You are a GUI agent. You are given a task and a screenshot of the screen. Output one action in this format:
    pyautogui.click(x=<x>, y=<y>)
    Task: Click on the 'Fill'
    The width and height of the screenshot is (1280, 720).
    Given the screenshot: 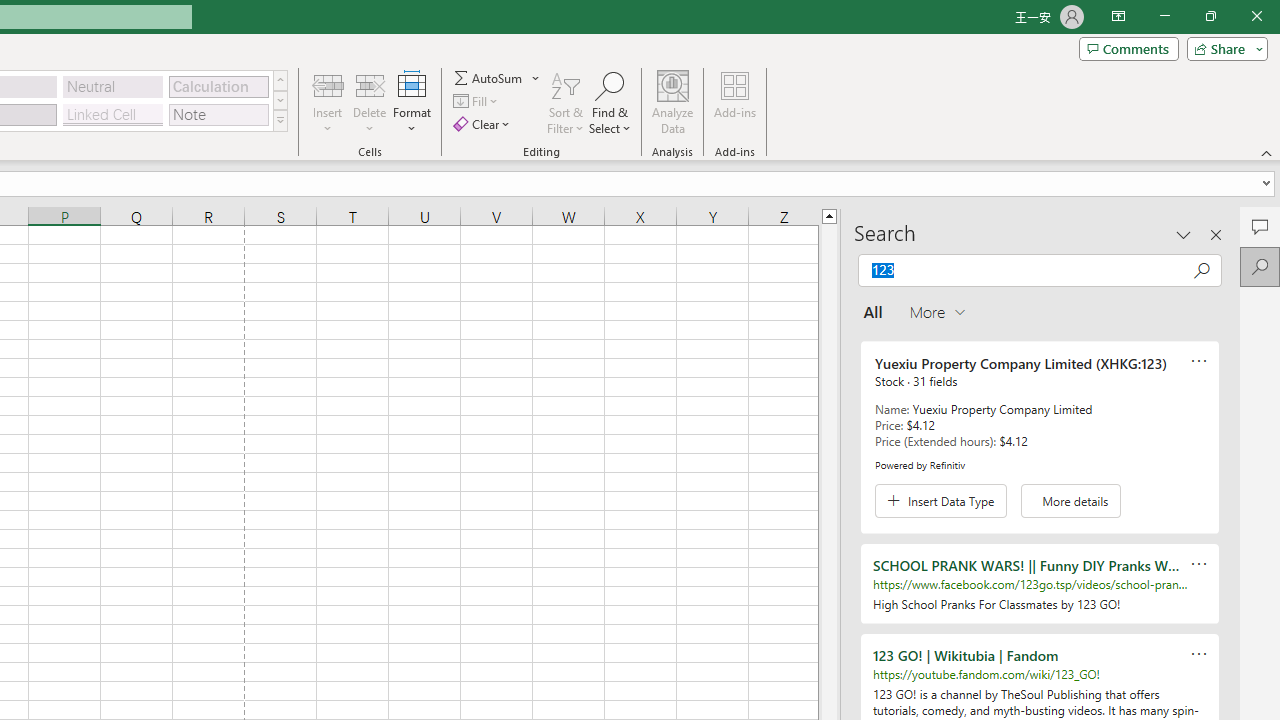 What is the action you would take?
    pyautogui.click(x=477, y=101)
    